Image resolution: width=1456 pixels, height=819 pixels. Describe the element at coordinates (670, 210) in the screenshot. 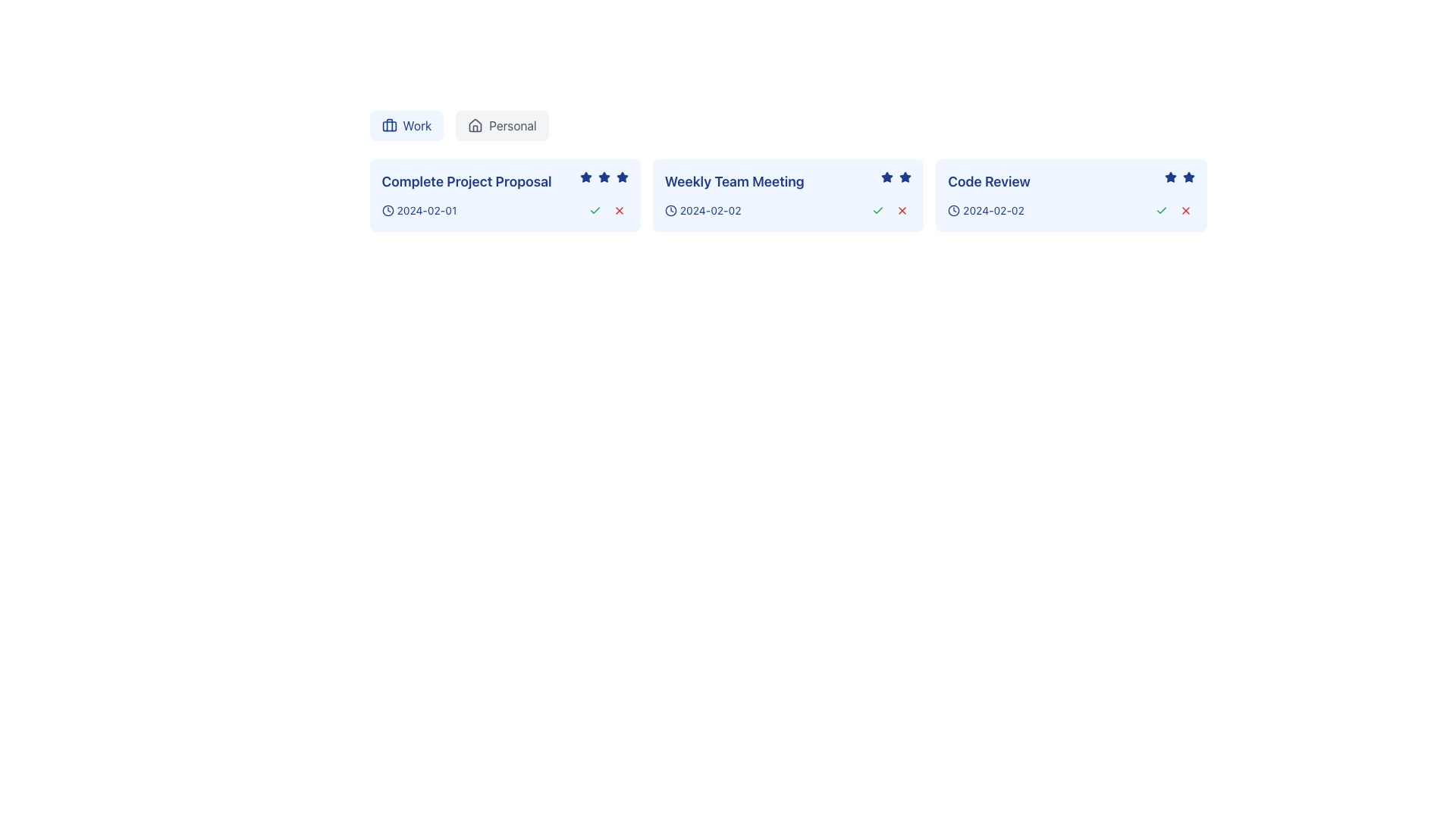

I see `the clock icon located to the left of the date '2024-02-02' in the 'Weekly Team Meeting' card` at that location.